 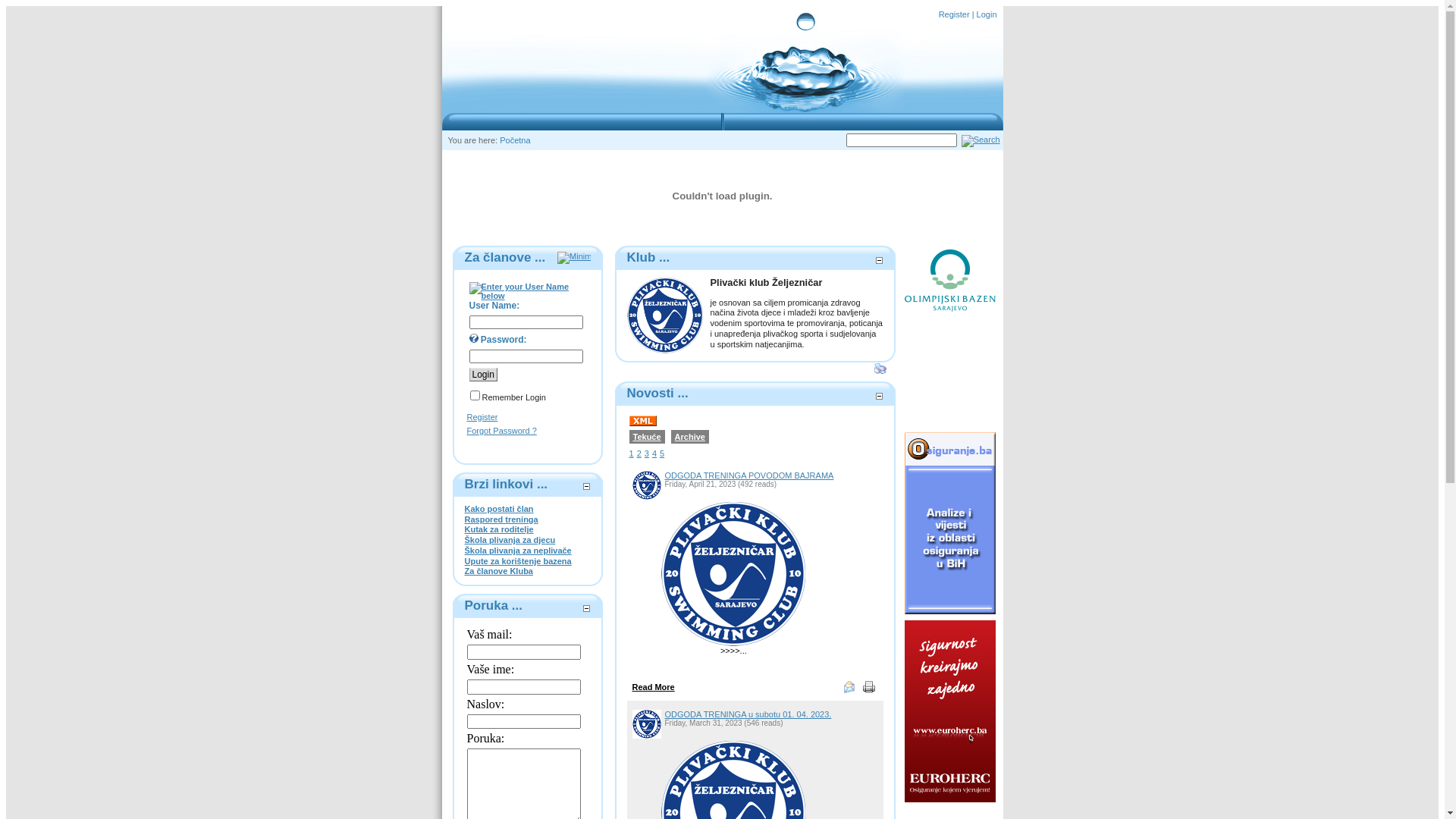 What do you see at coordinates (472, 337) in the screenshot?
I see `'Enter your Password below'` at bounding box center [472, 337].